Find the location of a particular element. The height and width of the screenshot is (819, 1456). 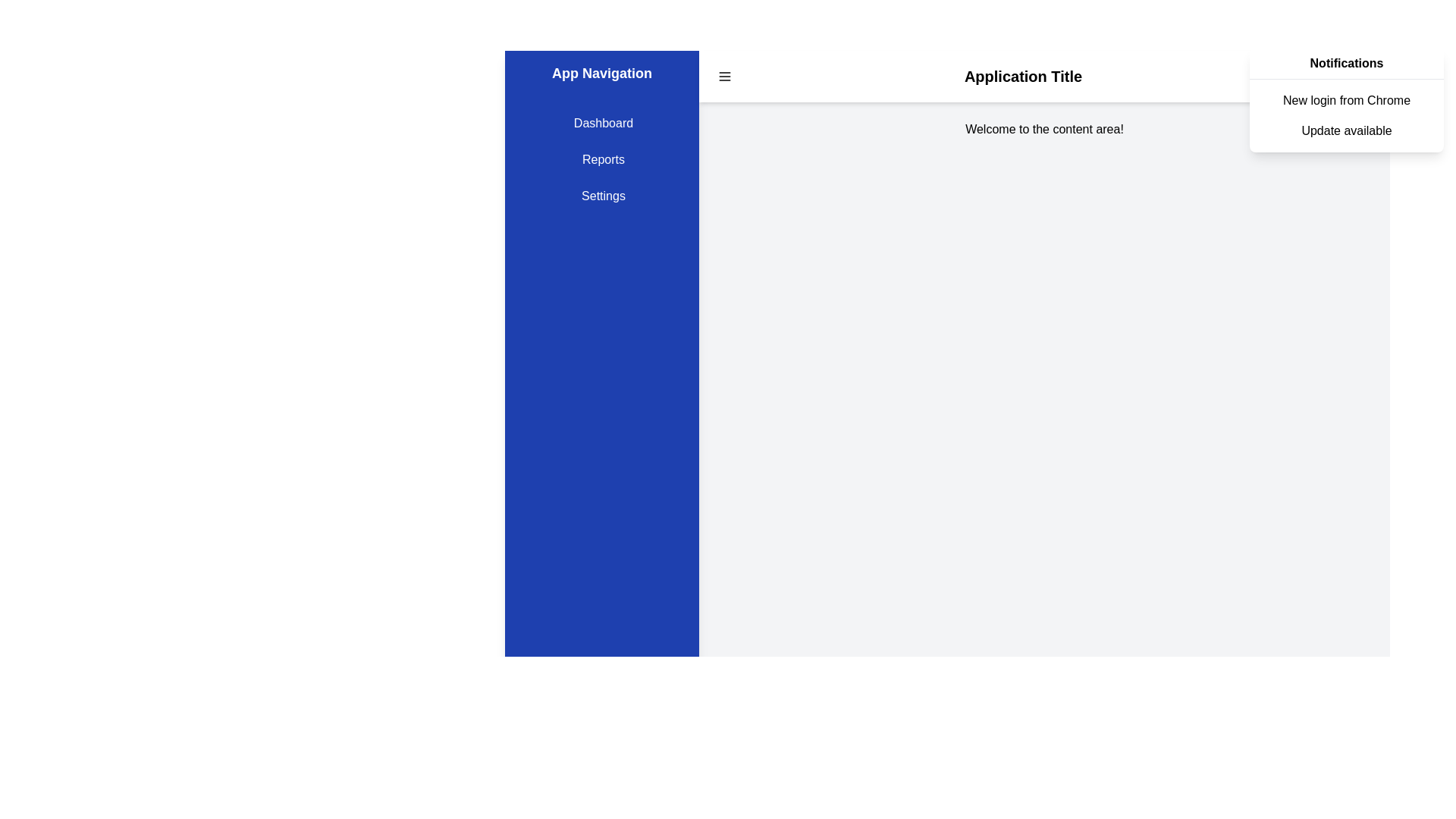

the application name is located at coordinates (1043, 76).